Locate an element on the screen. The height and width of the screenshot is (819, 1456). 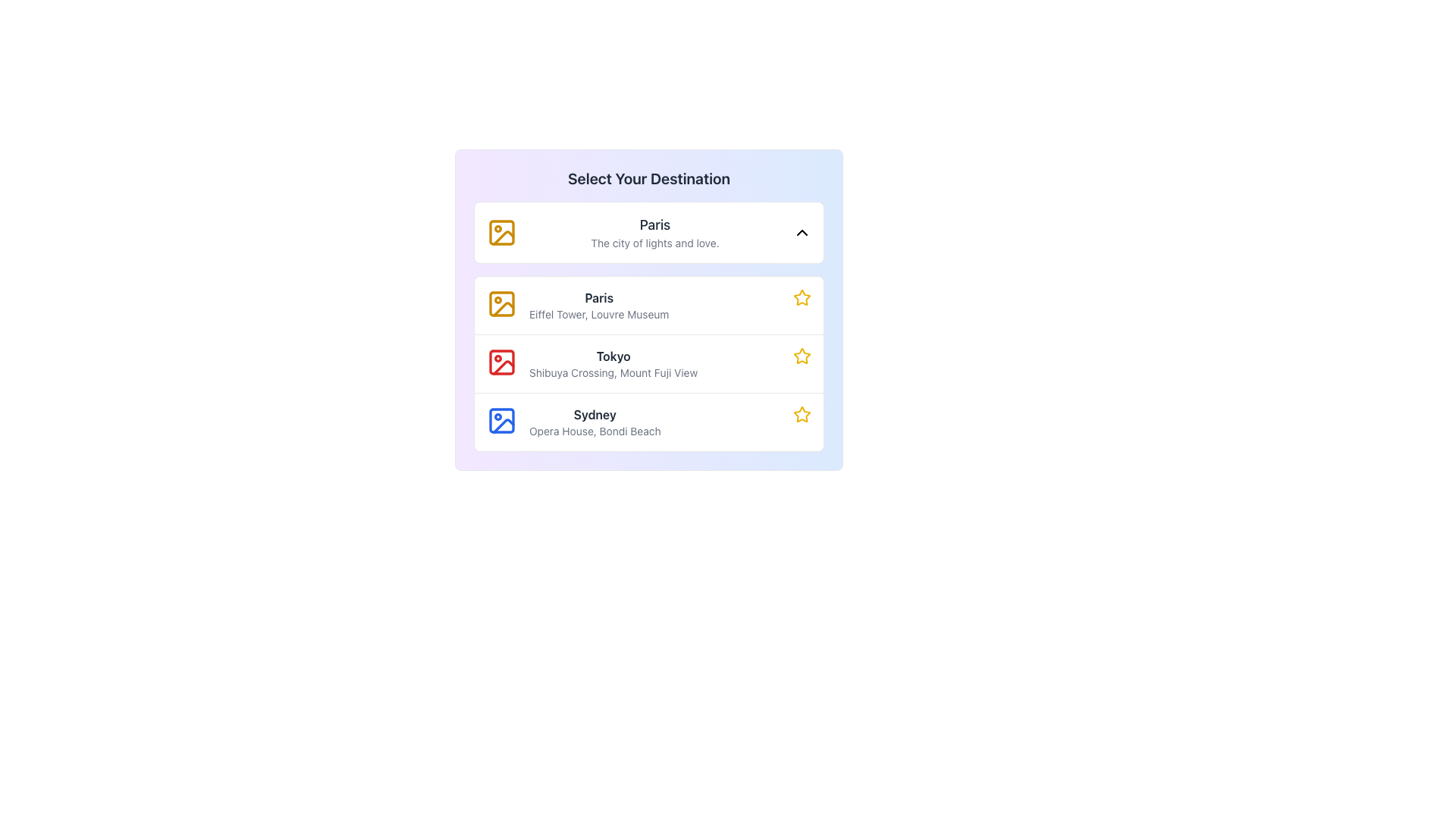
the third list item row featuring a blue image icon on the left, a bolded title 'Sydney', and a yellow star icon on the right is located at coordinates (648, 421).